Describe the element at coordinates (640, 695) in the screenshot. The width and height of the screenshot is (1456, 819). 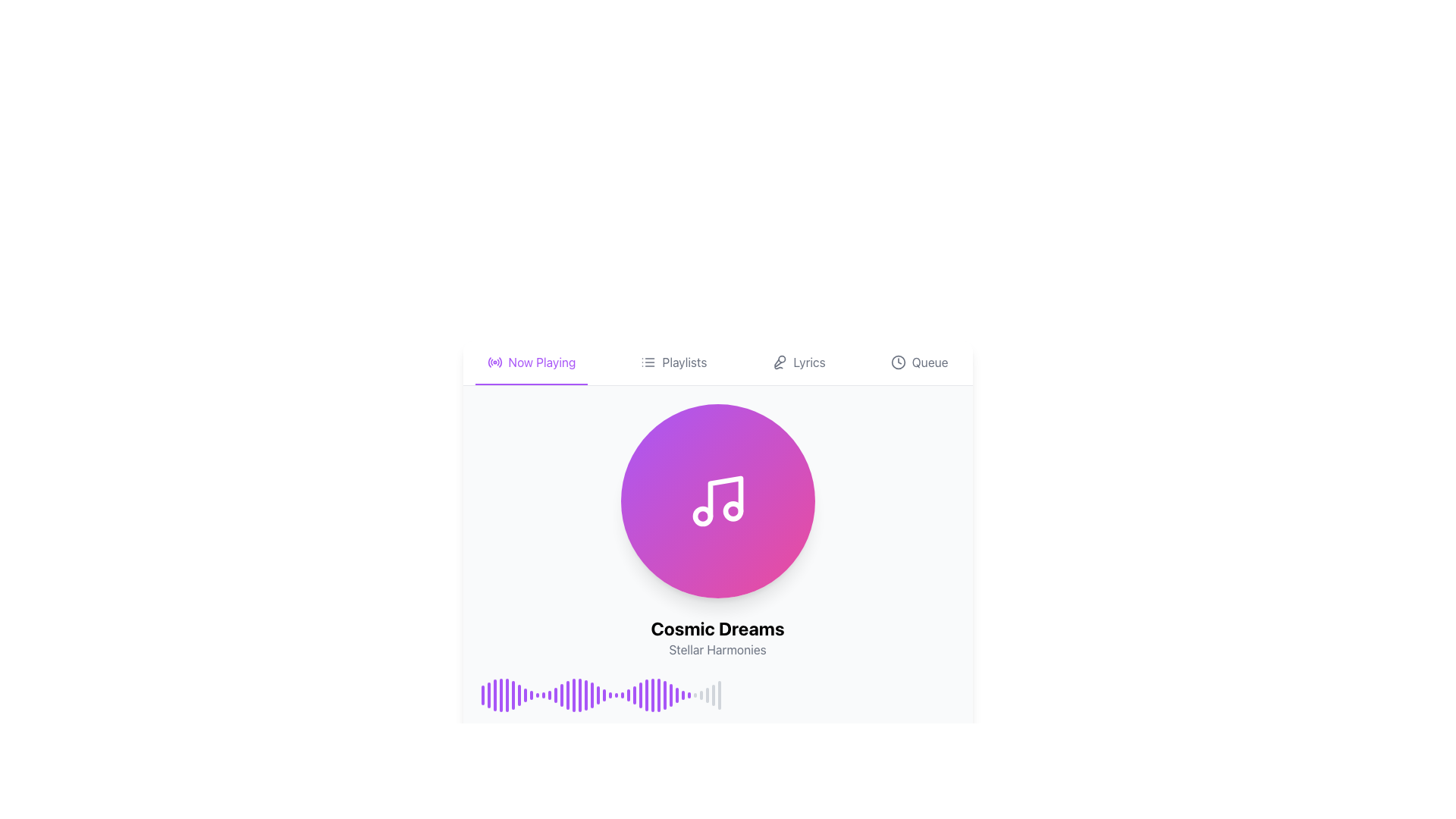
I see `the 27th purple decorative visual bar element in the audio waveform visualization of the music player interface` at that location.